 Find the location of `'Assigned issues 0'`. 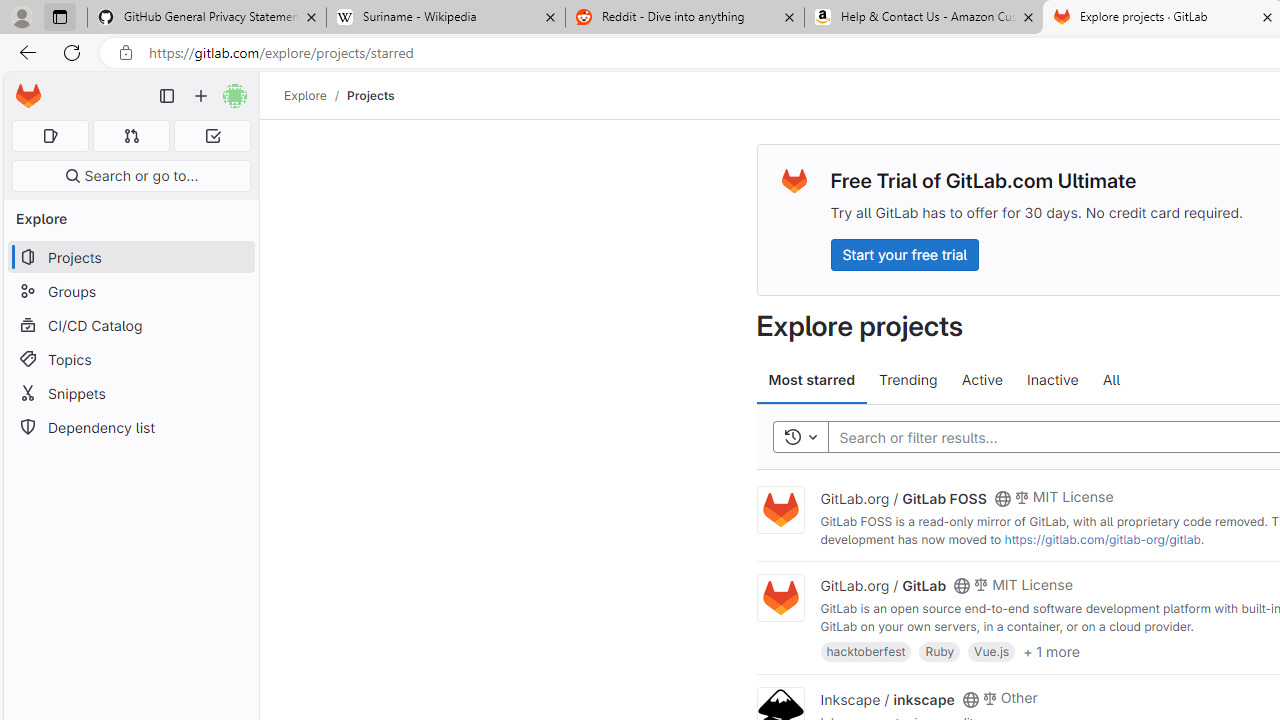

'Assigned issues 0' is located at coordinates (50, 135).